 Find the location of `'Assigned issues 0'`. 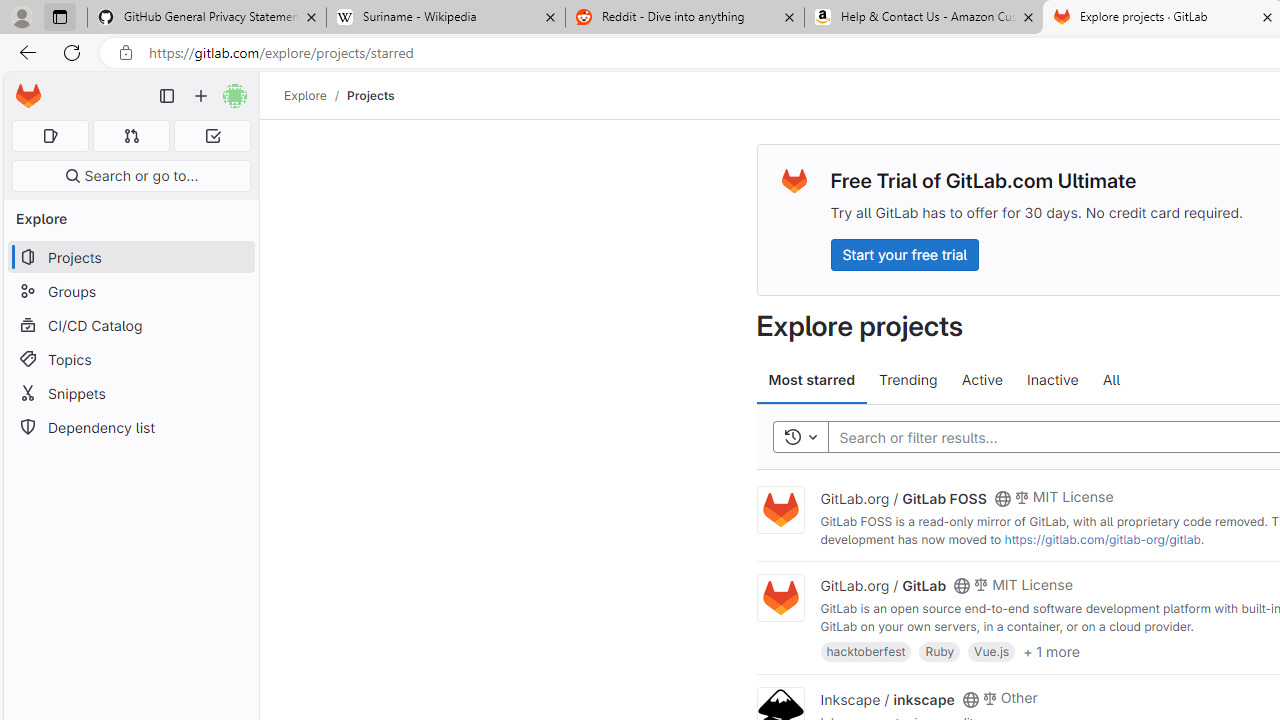

'Assigned issues 0' is located at coordinates (50, 135).